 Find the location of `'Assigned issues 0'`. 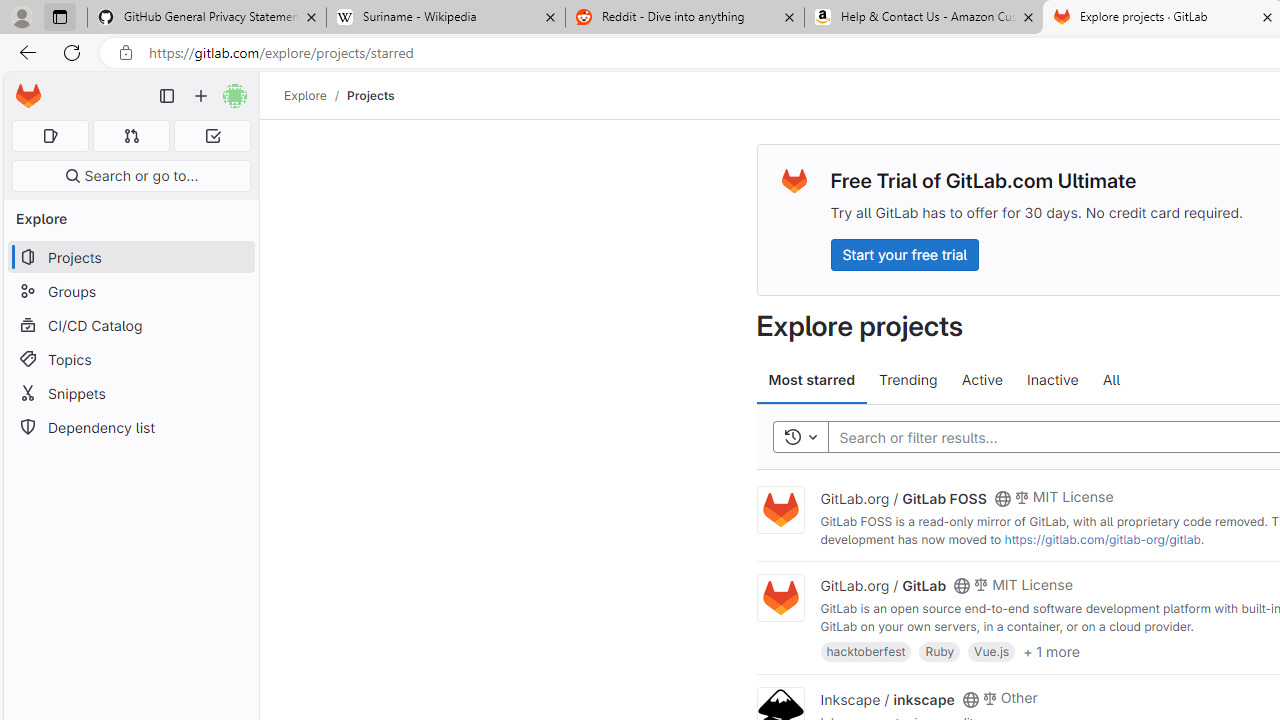

'Assigned issues 0' is located at coordinates (50, 135).